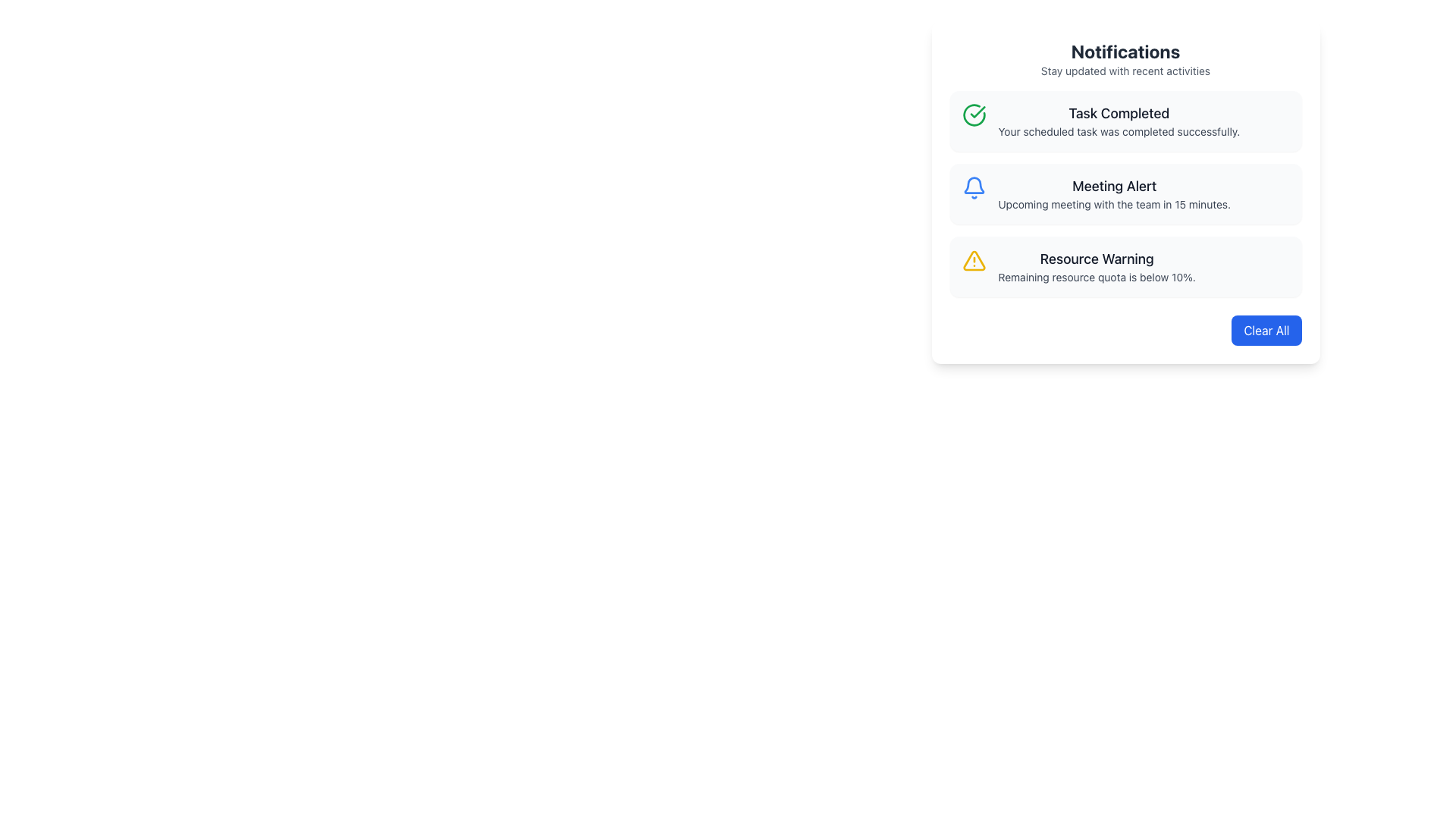 Image resolution: width=1456 pixels, height=819 pixels. What do you see at coordinates (1119, 113) in the screenshot?
I see `text label displaying 'Task Completed' in bold, large dark gray font at the top of the first notification item in the Notifications section` at bounding box center [1119, 113].